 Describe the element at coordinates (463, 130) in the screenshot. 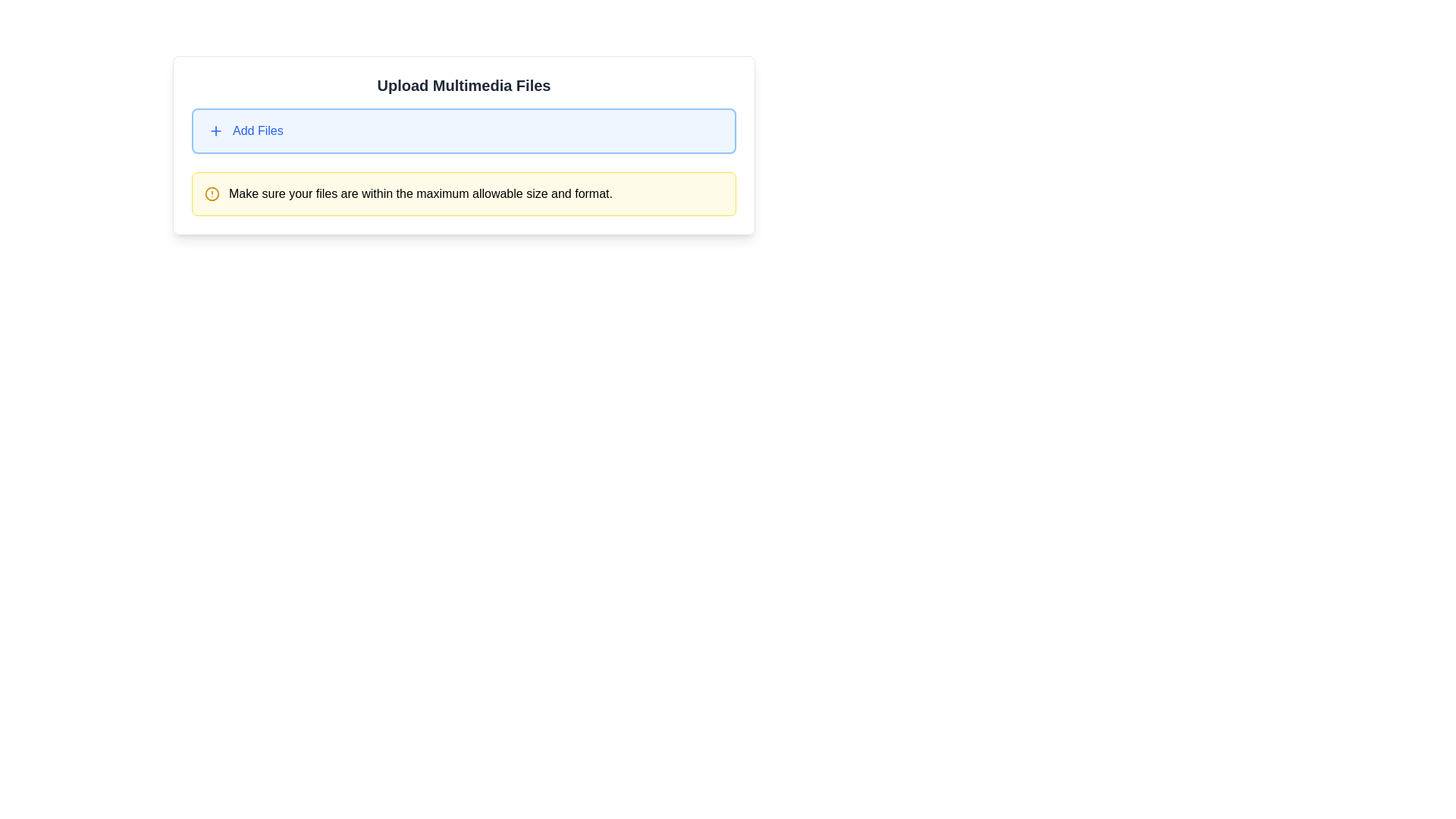

I see `the file upload button located beneath the title 'Upload Multimedia Files' to initiate the file selection dialog for uploading multimedia files` at that location.